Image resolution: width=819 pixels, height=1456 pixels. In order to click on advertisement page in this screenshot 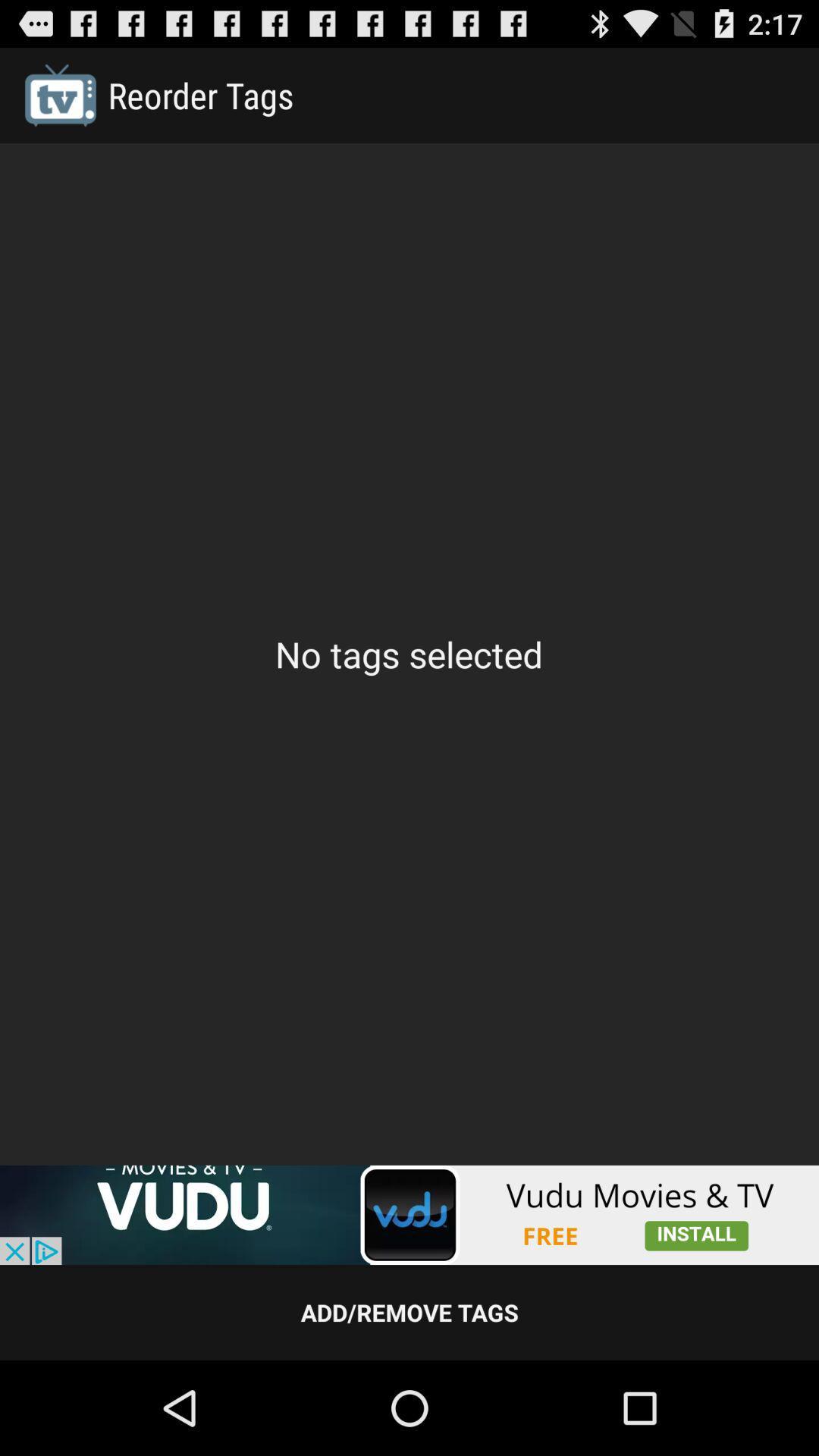, I will do `click(409, 1215)`.